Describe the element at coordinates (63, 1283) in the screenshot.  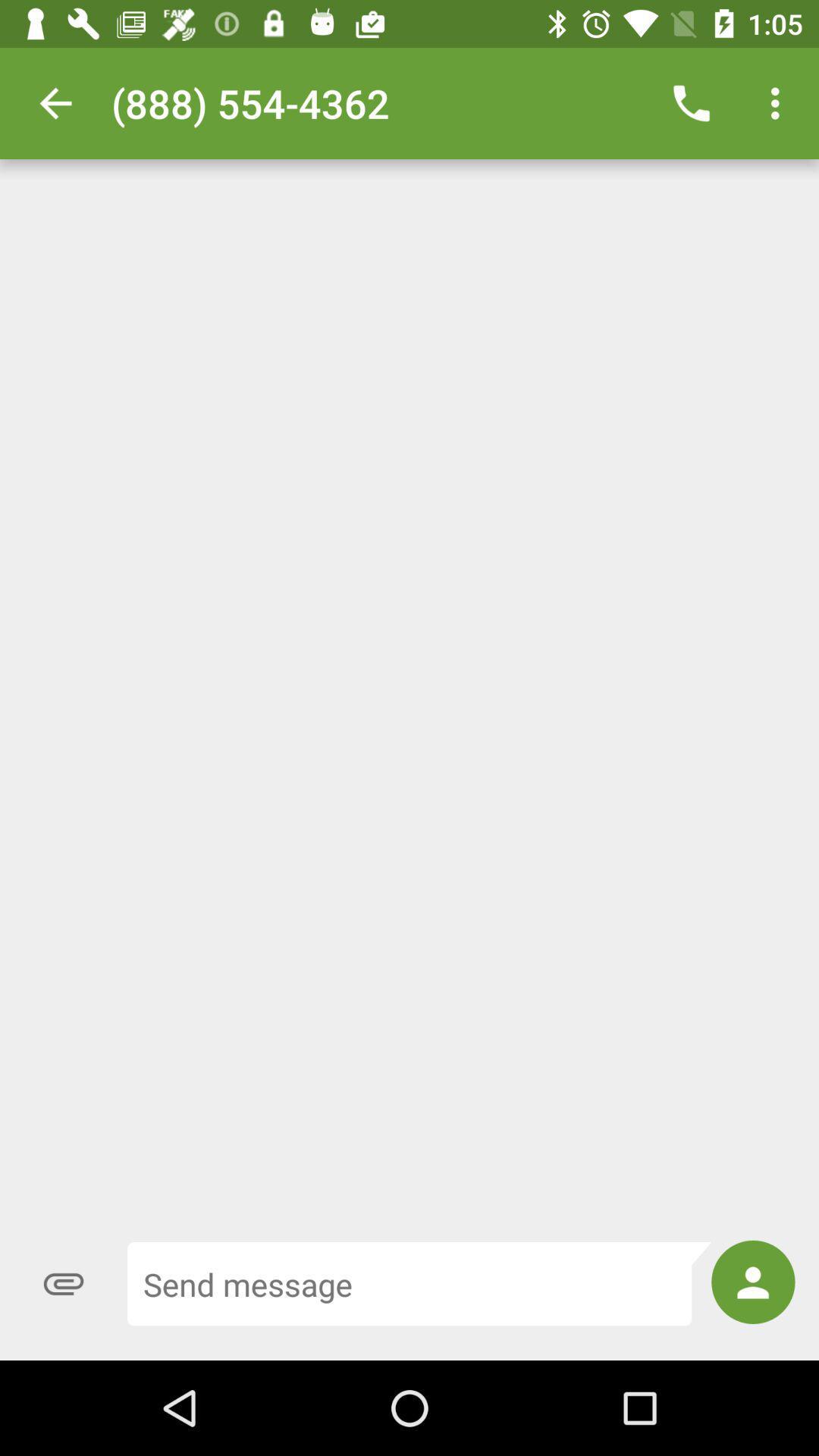
I see `the attach_file icon` at that location.